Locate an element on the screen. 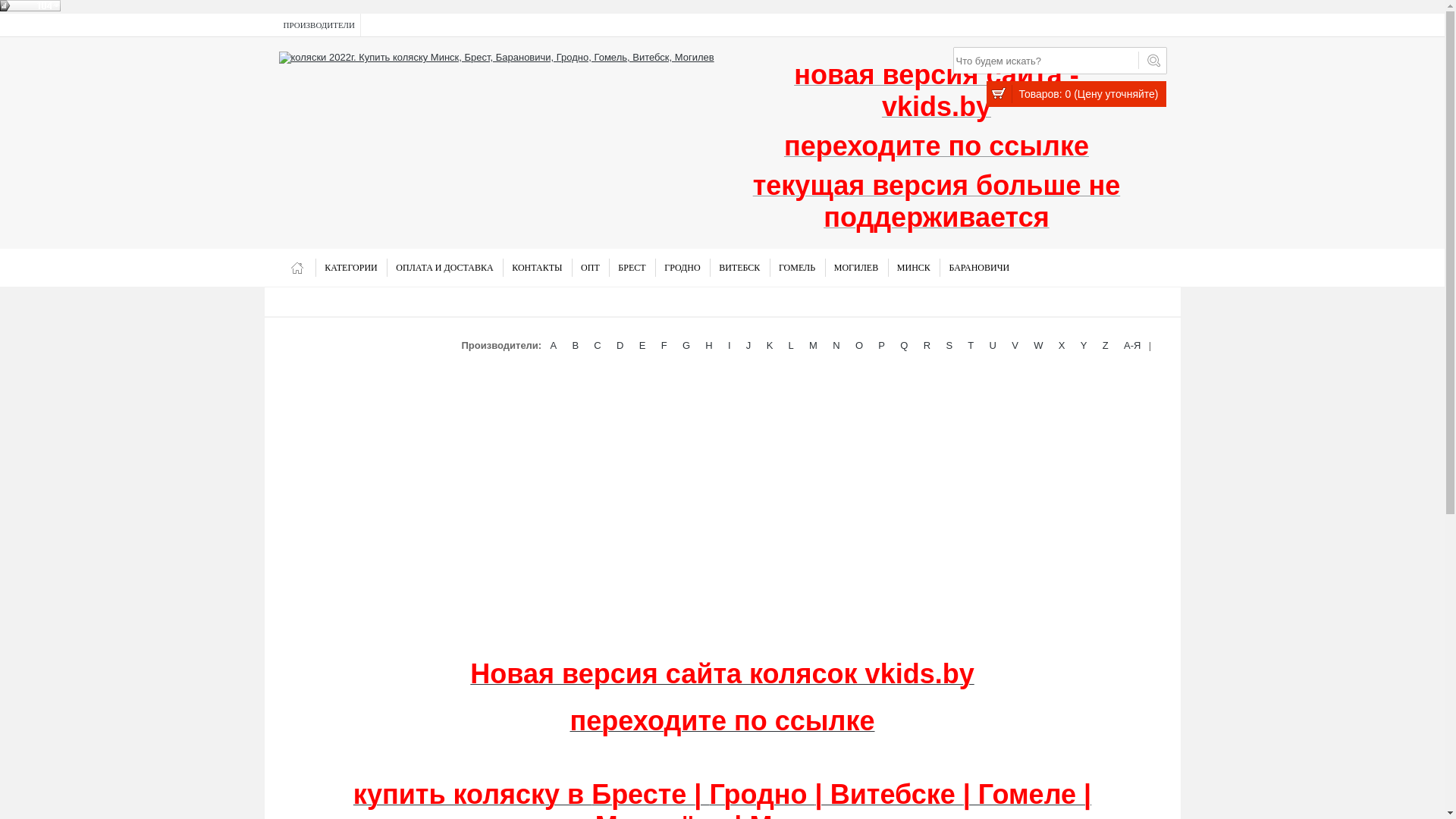 This screenshot has height=819, width=1456. 'Z' is located at coordinates (1106, 345).